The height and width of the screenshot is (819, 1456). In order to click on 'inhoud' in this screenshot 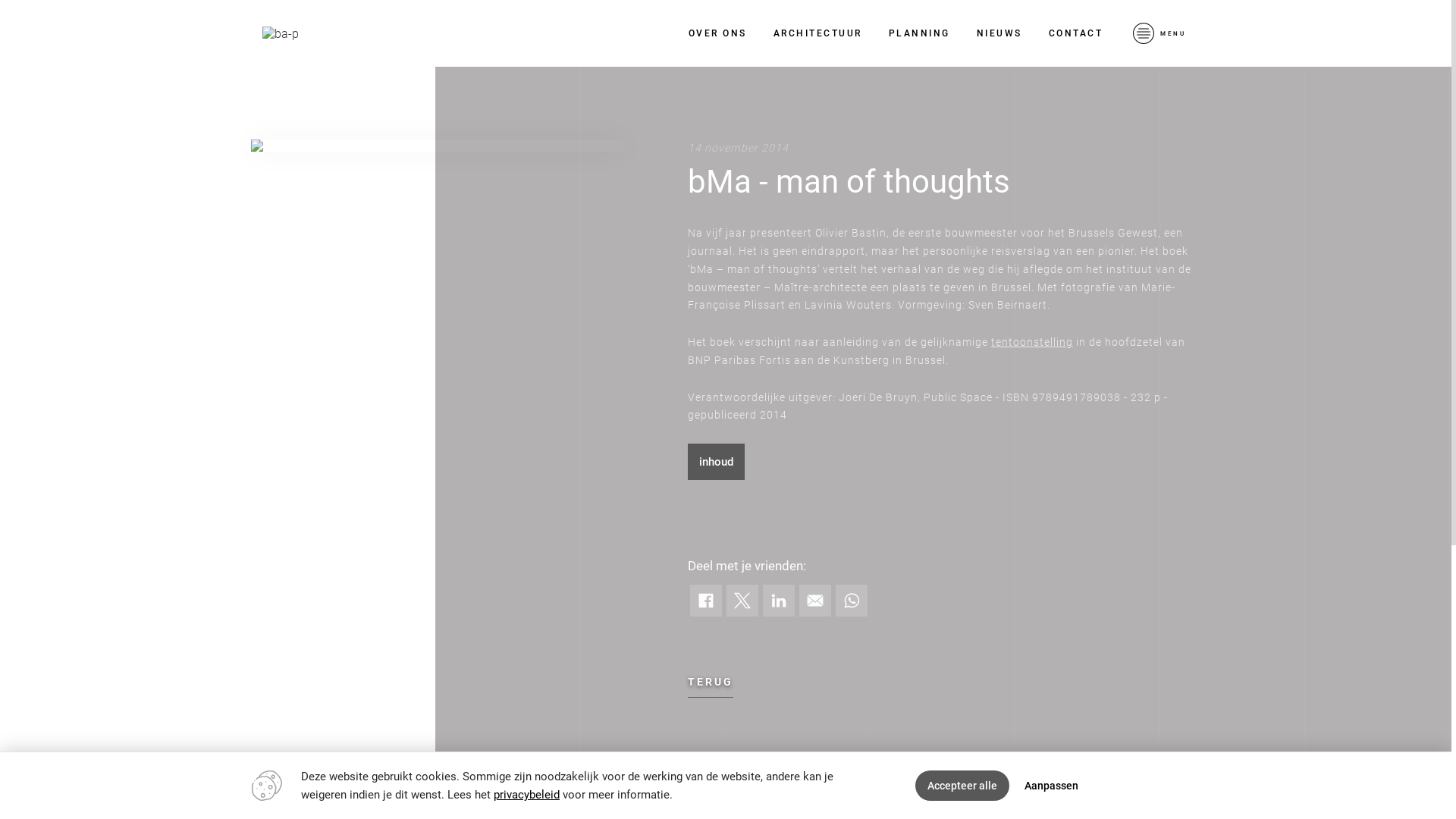, I will do `click(687, 461)`.